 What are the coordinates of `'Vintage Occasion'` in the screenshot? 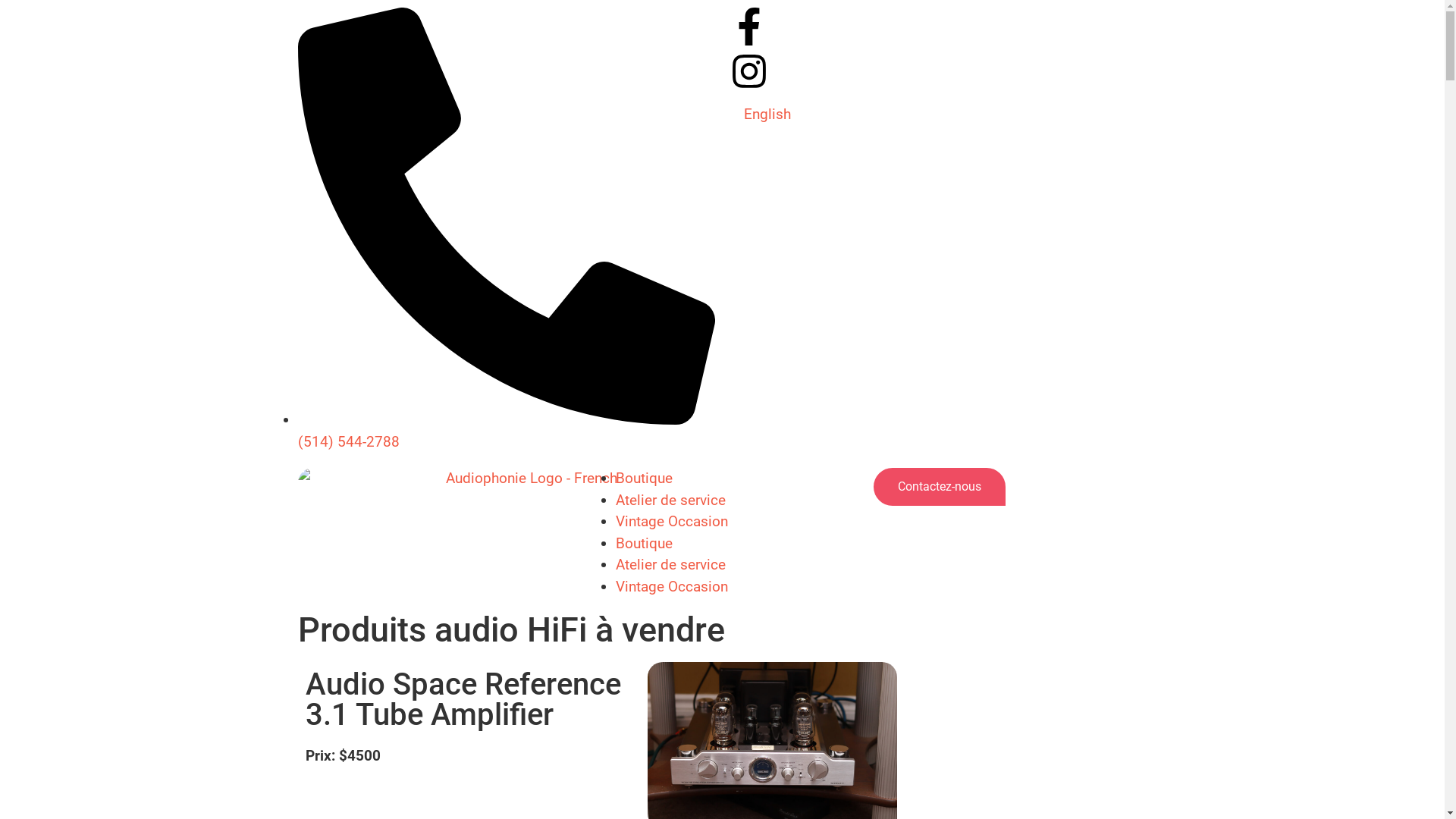 It's located at (671, 520).